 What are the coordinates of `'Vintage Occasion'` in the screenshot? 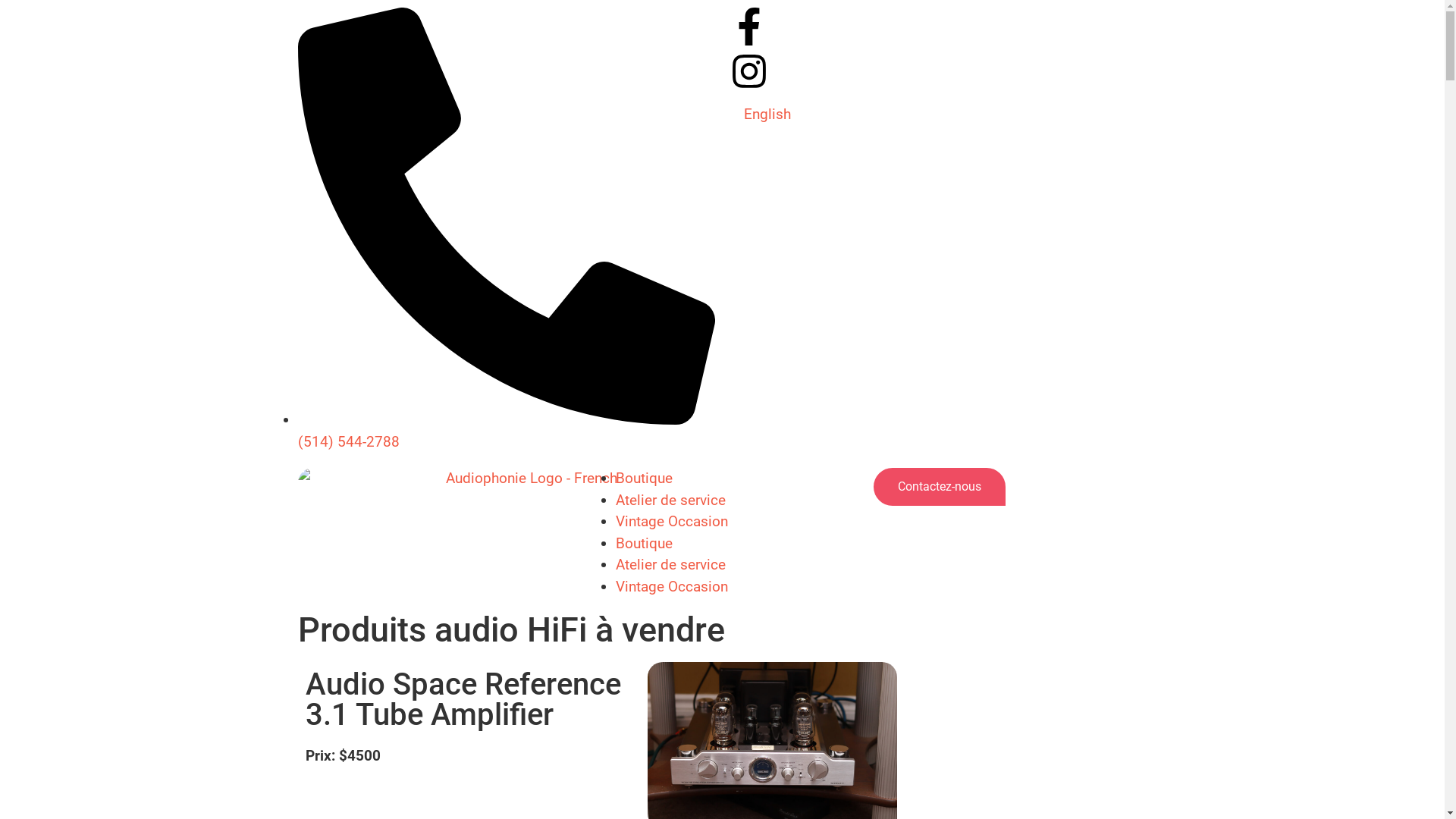 It's located at (671, 520).